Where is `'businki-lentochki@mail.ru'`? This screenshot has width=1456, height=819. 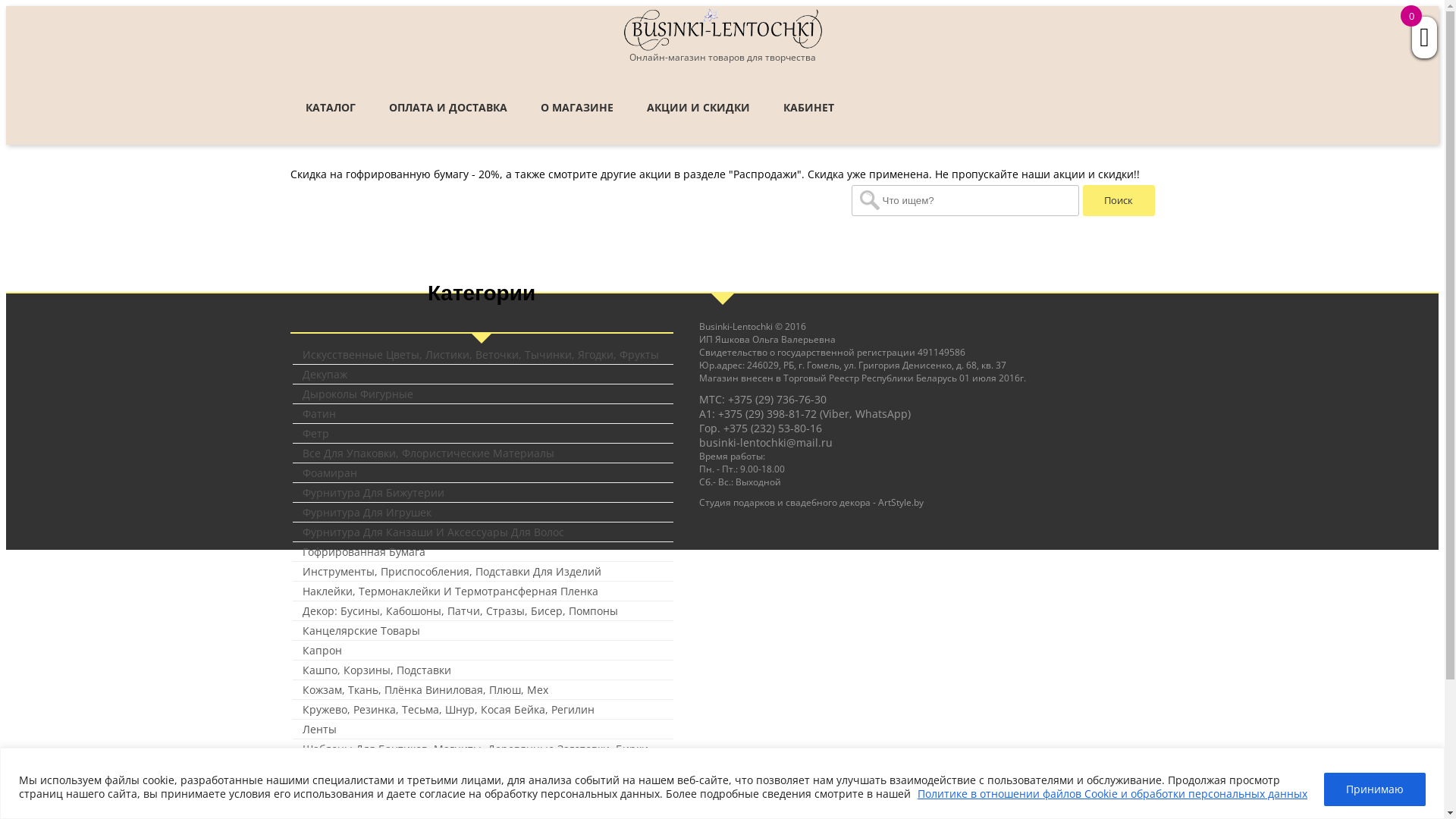 'businki-lentochki@mail.ru' is located at coordinates (698, 442).